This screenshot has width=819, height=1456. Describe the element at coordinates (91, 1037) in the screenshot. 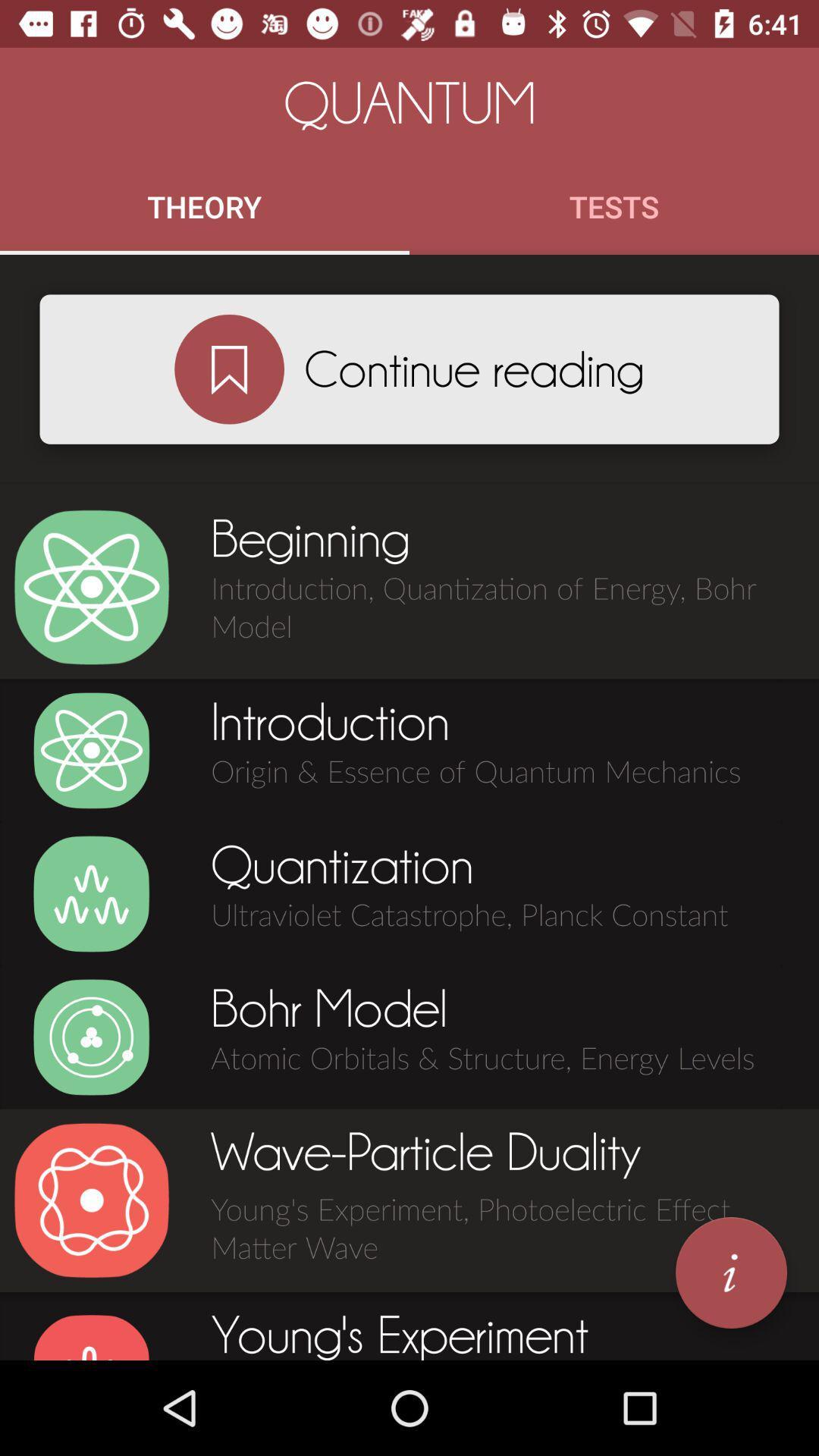

I see `bohr model` at that location.